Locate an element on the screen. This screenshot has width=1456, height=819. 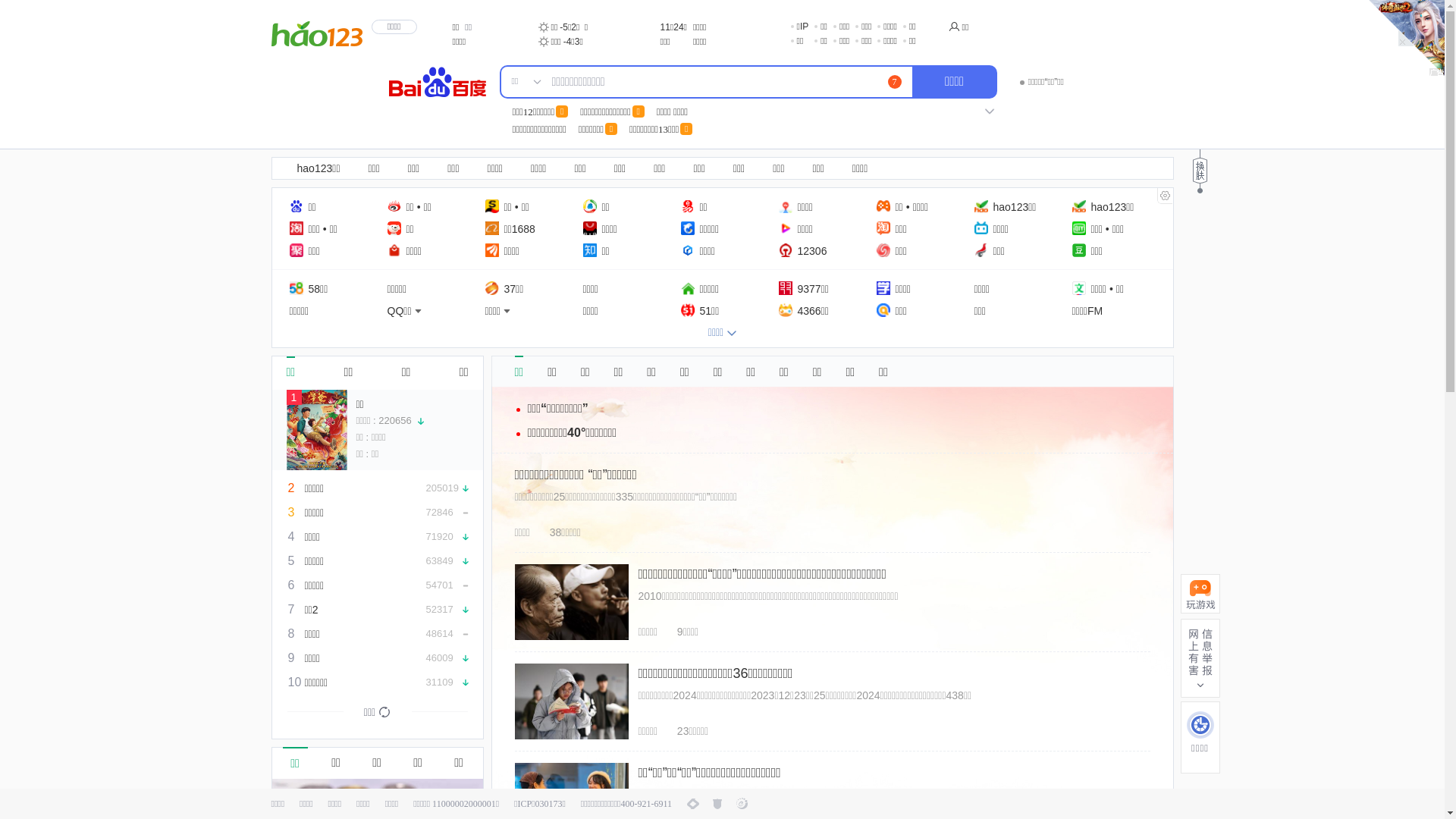
'7' is located at coordinates (894, 82).